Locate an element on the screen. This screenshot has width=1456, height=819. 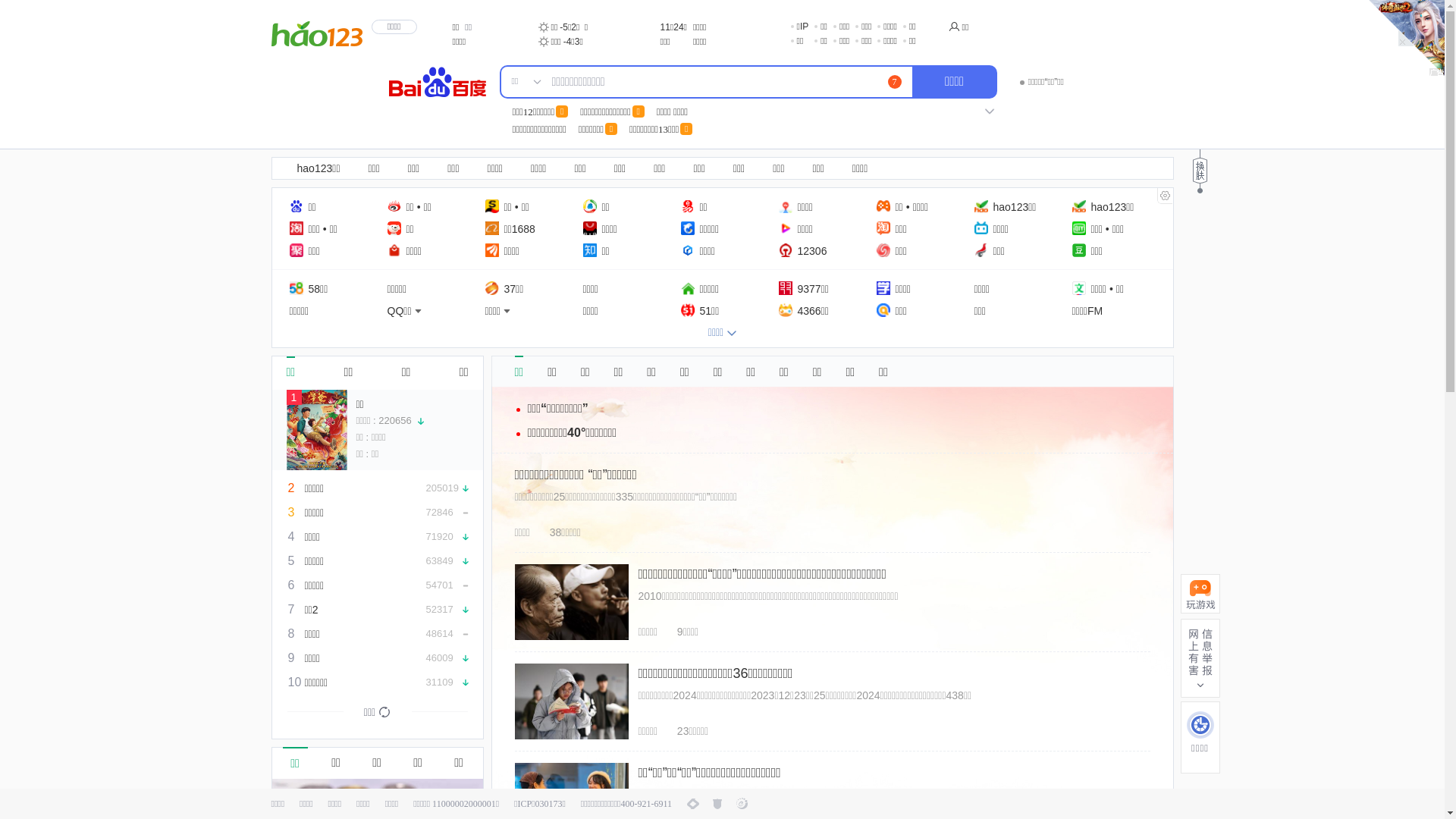
'7' is located at coordinates (894, 82).